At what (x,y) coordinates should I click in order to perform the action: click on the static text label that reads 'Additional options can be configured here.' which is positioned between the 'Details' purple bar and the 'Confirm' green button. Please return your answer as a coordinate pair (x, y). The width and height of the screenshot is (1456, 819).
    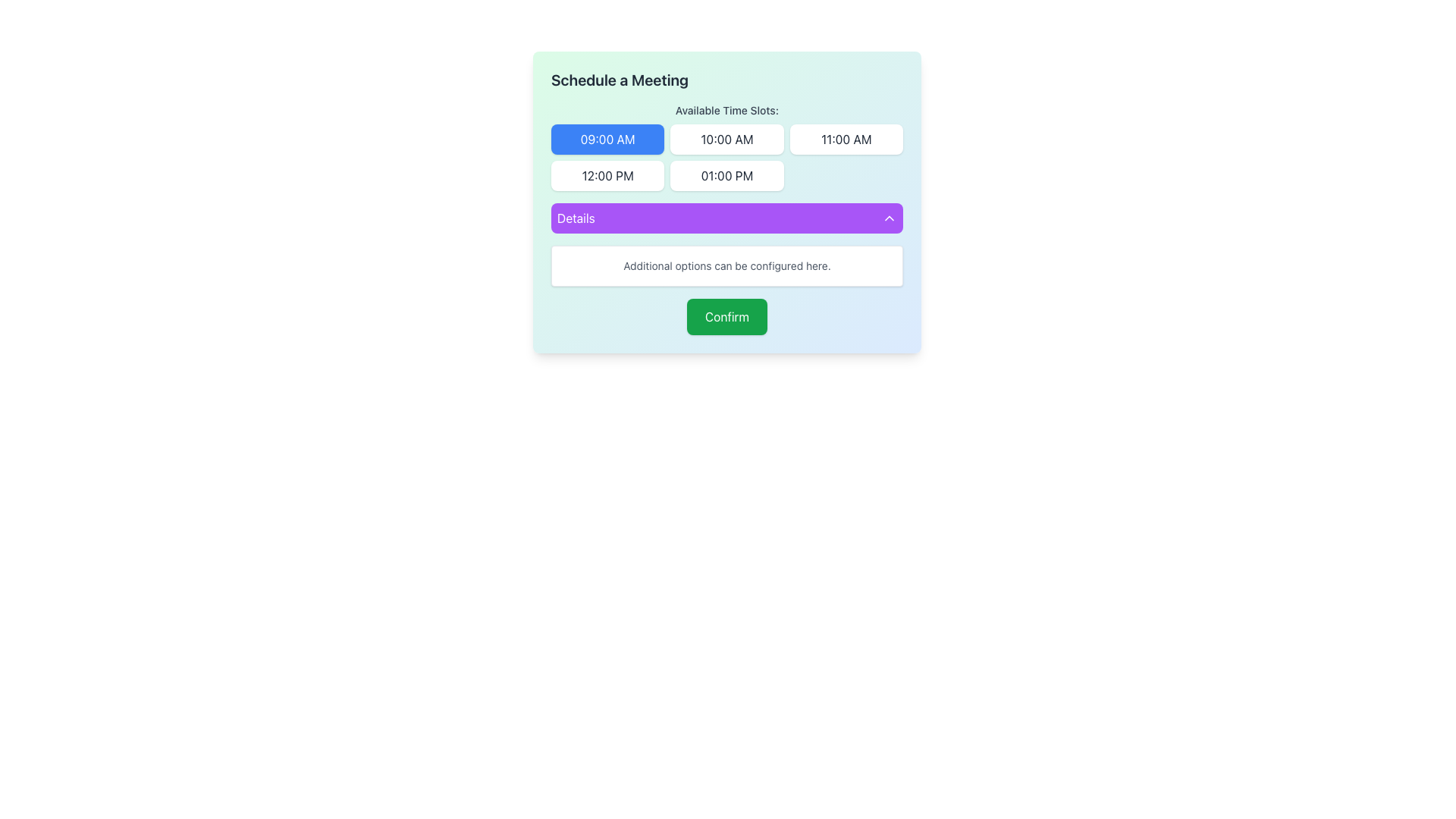
    Looking at the image, I should click on (726, 265).